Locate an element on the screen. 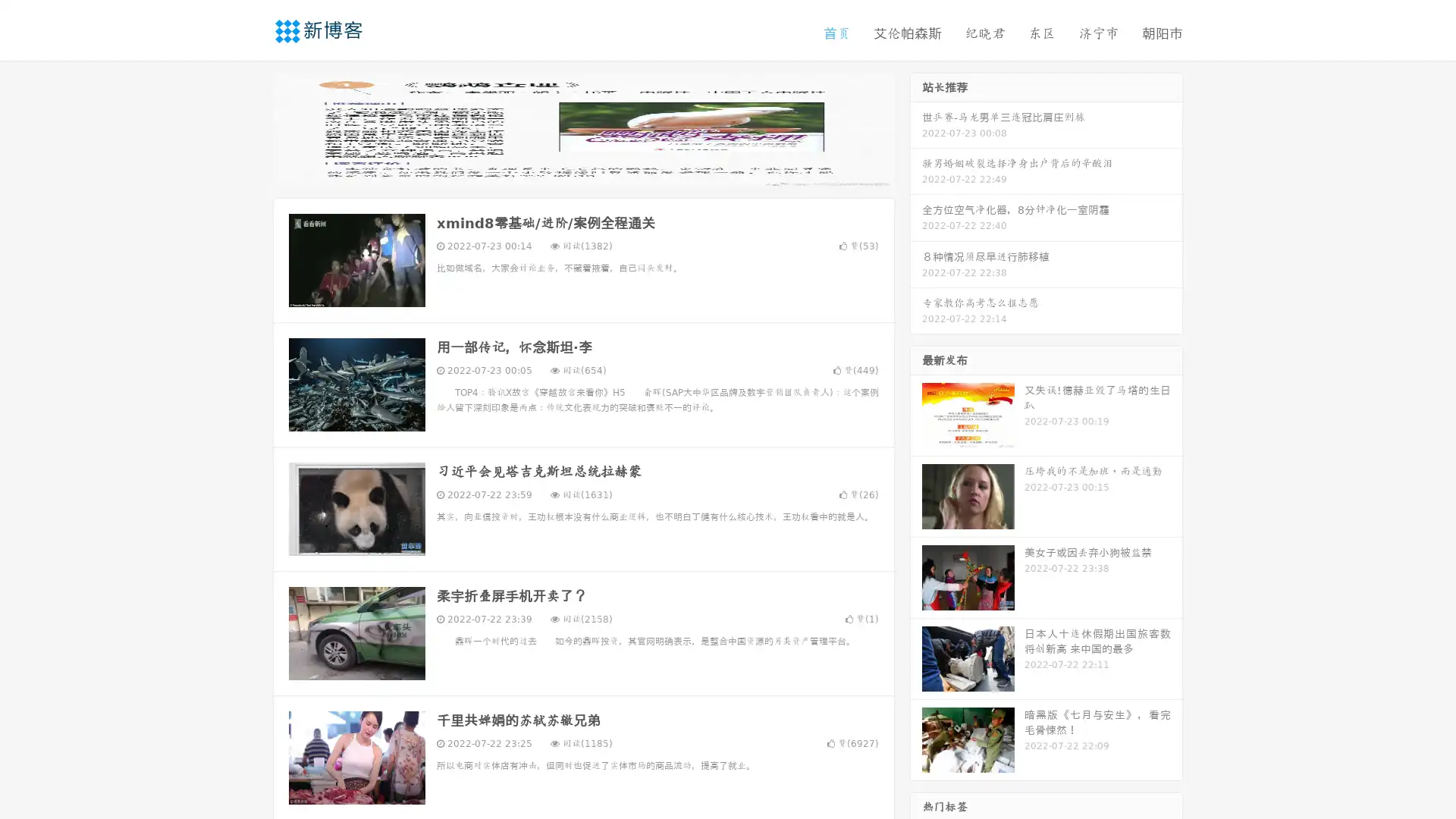  Next slide is located at coordinates (916, 127).